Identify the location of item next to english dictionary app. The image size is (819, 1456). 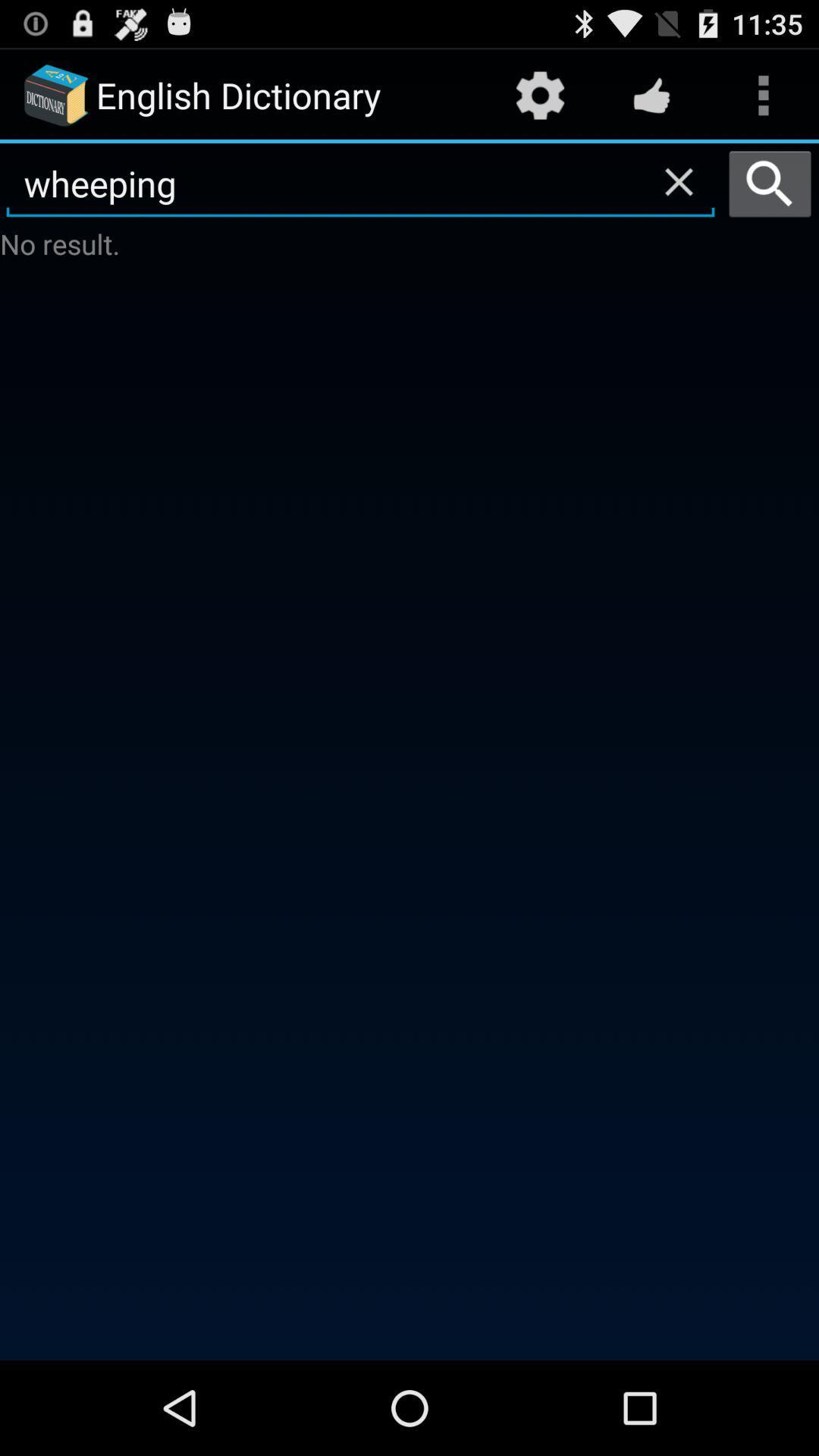
(539, 94).